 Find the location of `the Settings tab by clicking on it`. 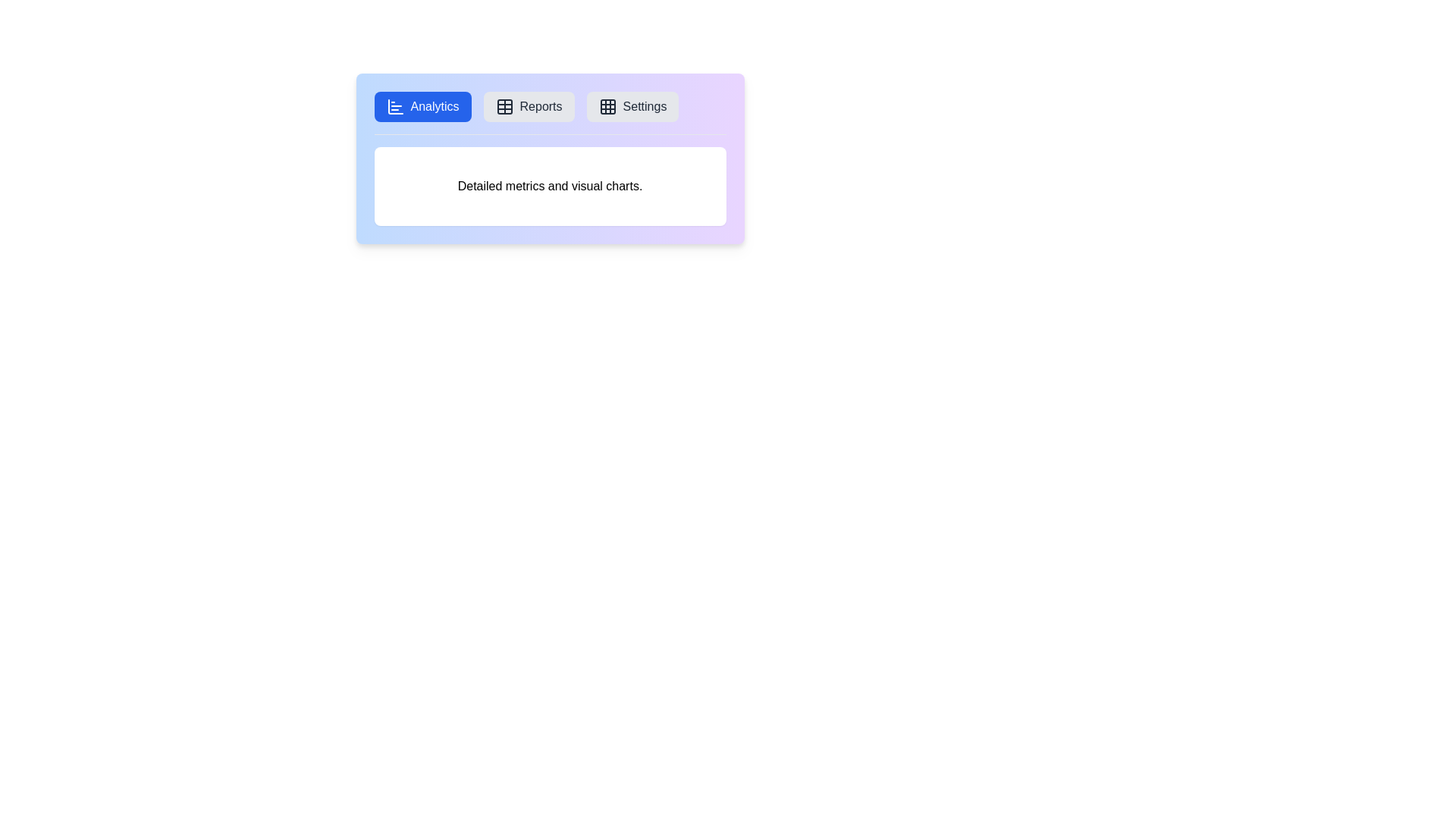

the Settings tab by clicking on it is located at coordinates (632, 106).